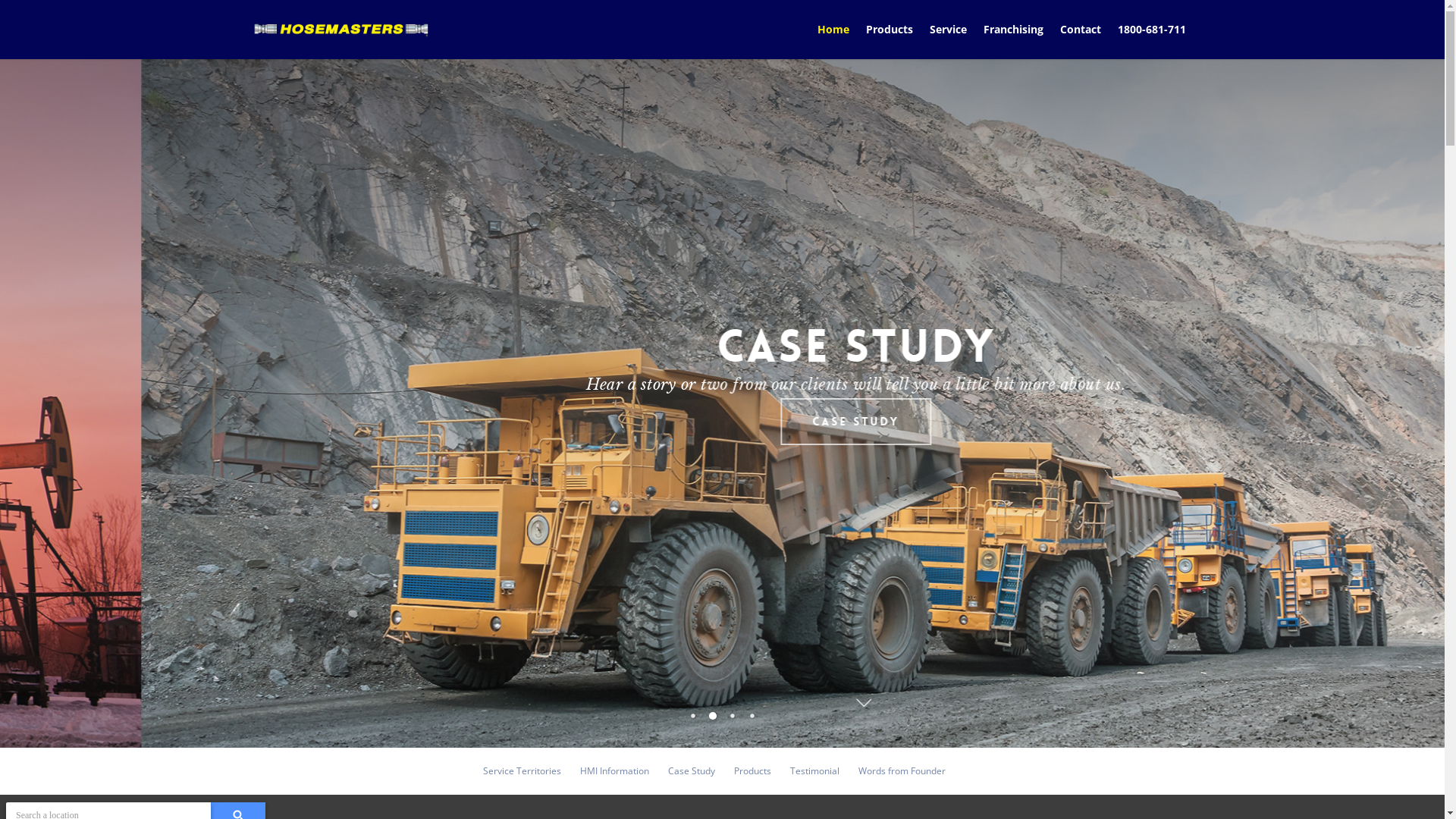 The image size is (1456, 819). I want to click on 'Service Territories', so click(522, 771).